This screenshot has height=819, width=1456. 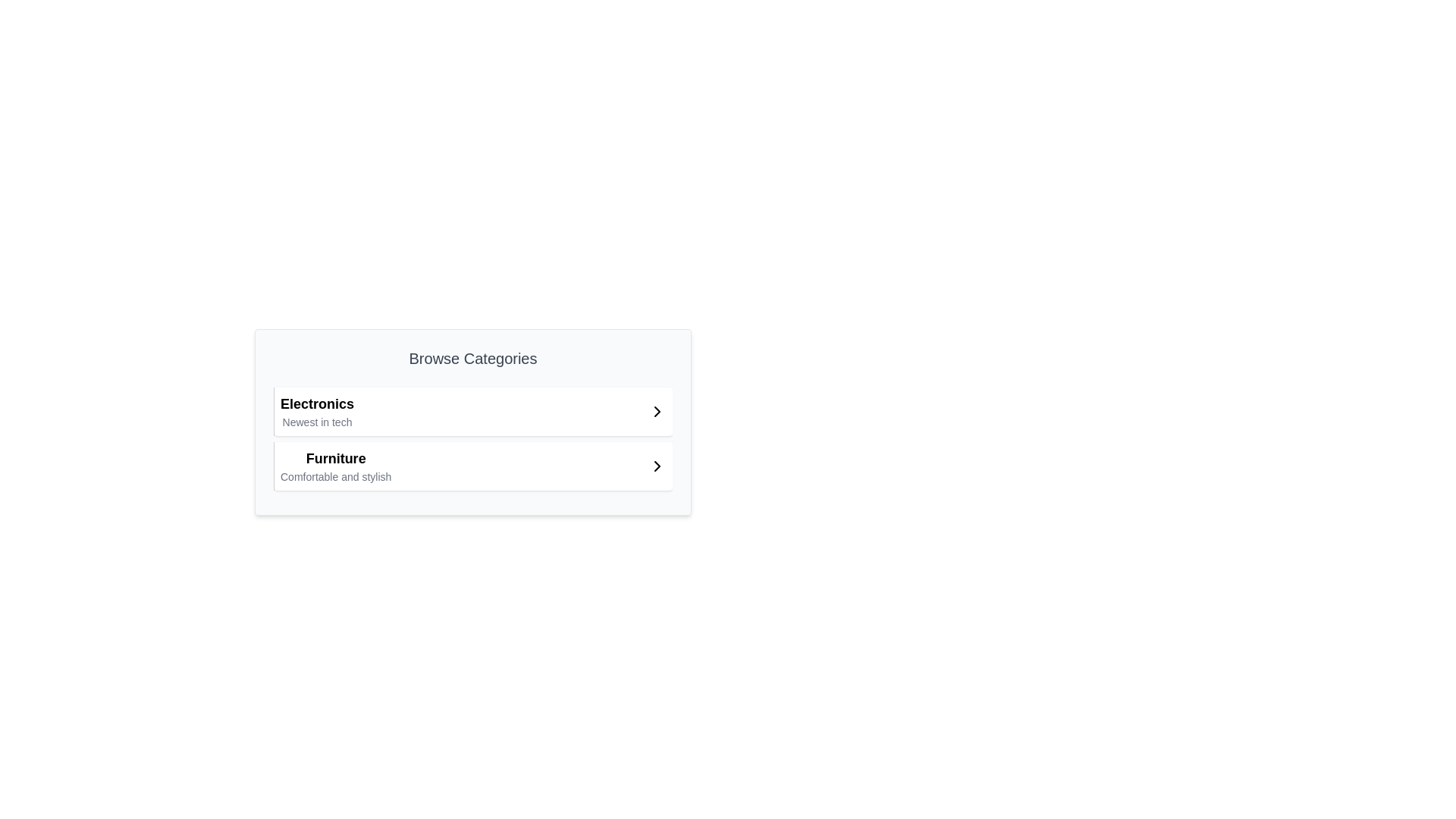 What do you see at coordinates (472, 412) in the screenshot?
I see `the first list item labeled 'Electronics'` at bounding box center [472, 412].